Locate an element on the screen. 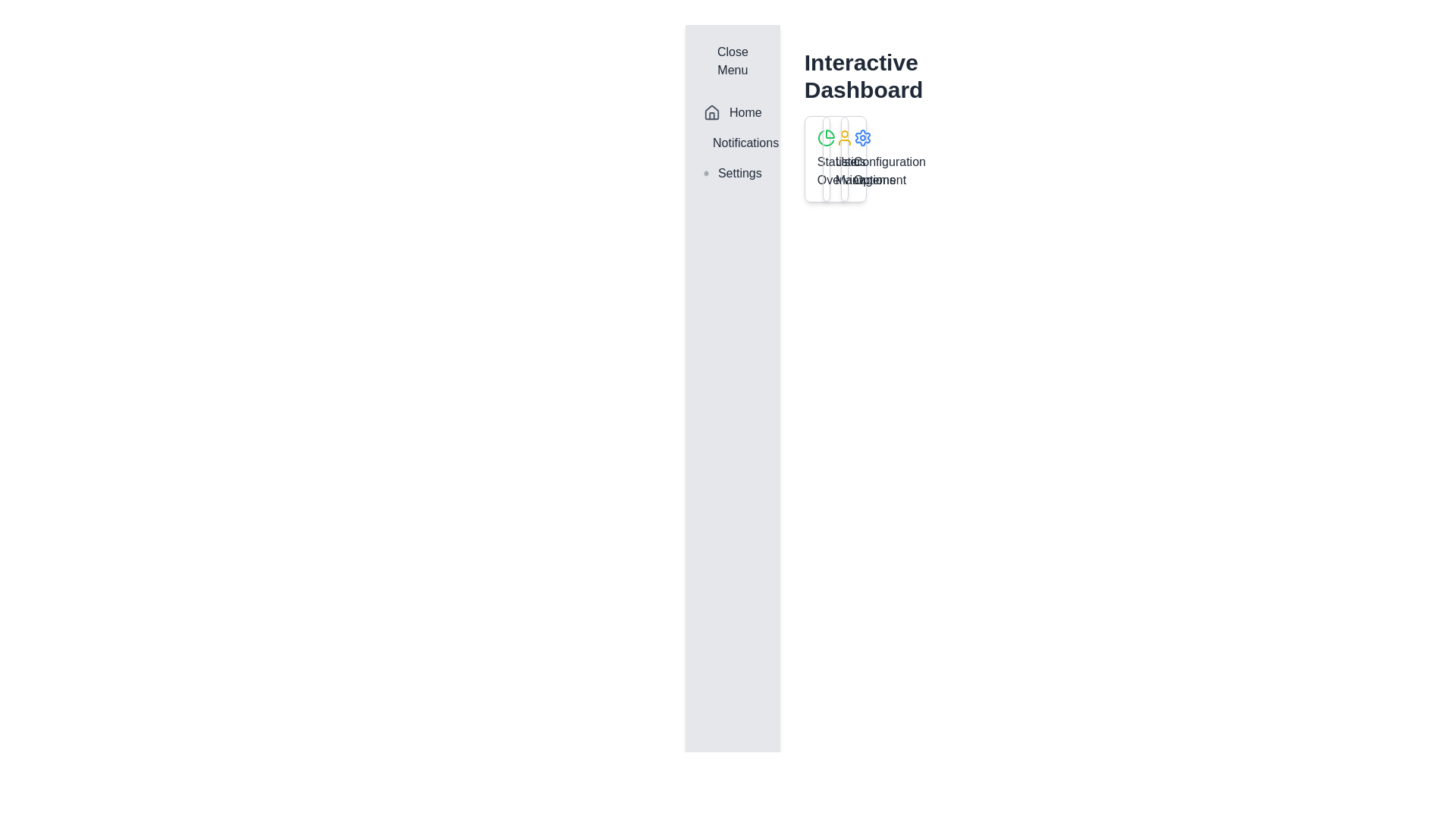 The width and height of the screenshot is (1456, 819). the 'Notifications' navigation menu item is located at coordinates (733, 143).